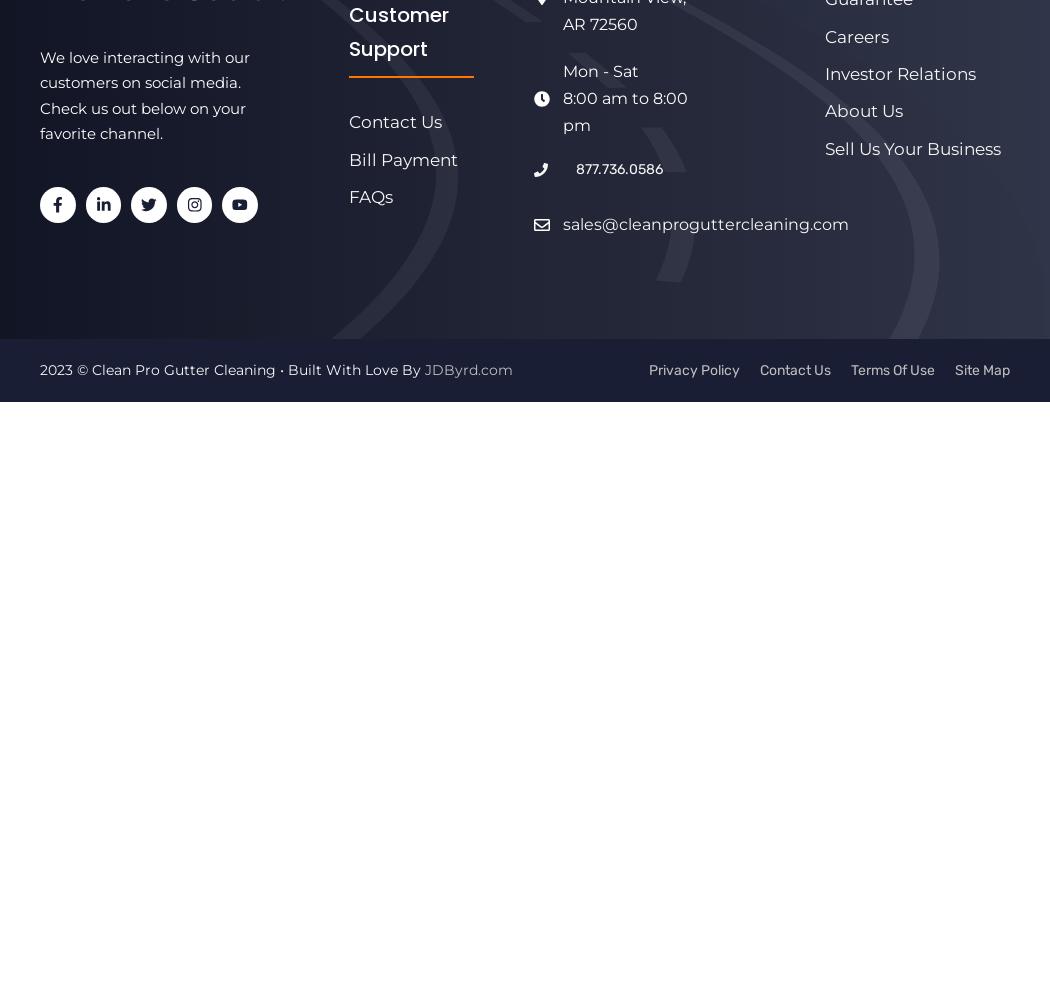  Describe the element at coordinates (851, 368) in the screenshot. I see `'Terms Of Use'` at that location.